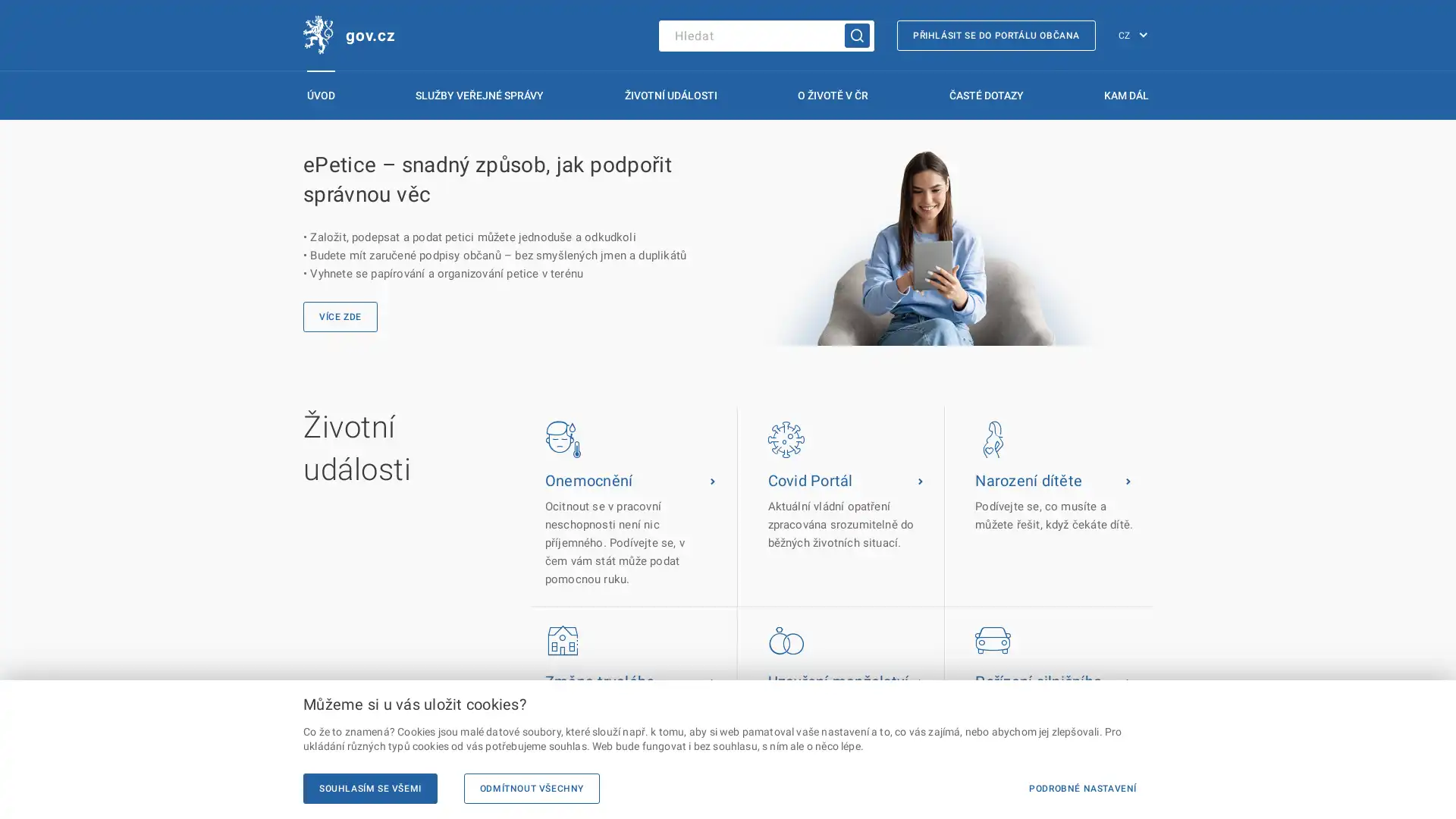  Describe the element at coordinates (1081, 788) in the screenshot. I see `PODROBNE NASTAVENI` at that location.